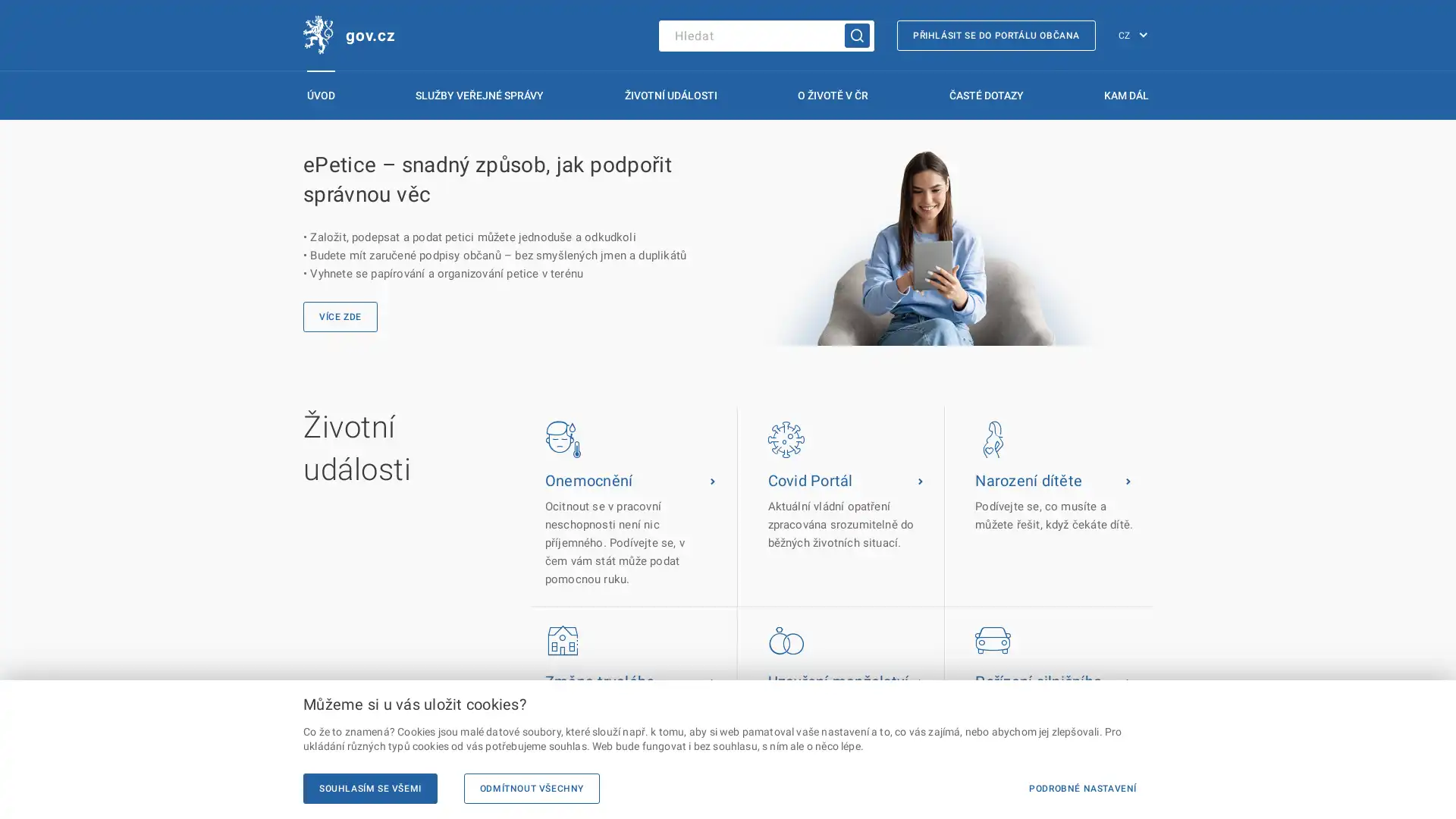  Describe the element at coordinates (1081, 788) in the screenshot. I see `PODROBNE NASTAVENI` at that location.